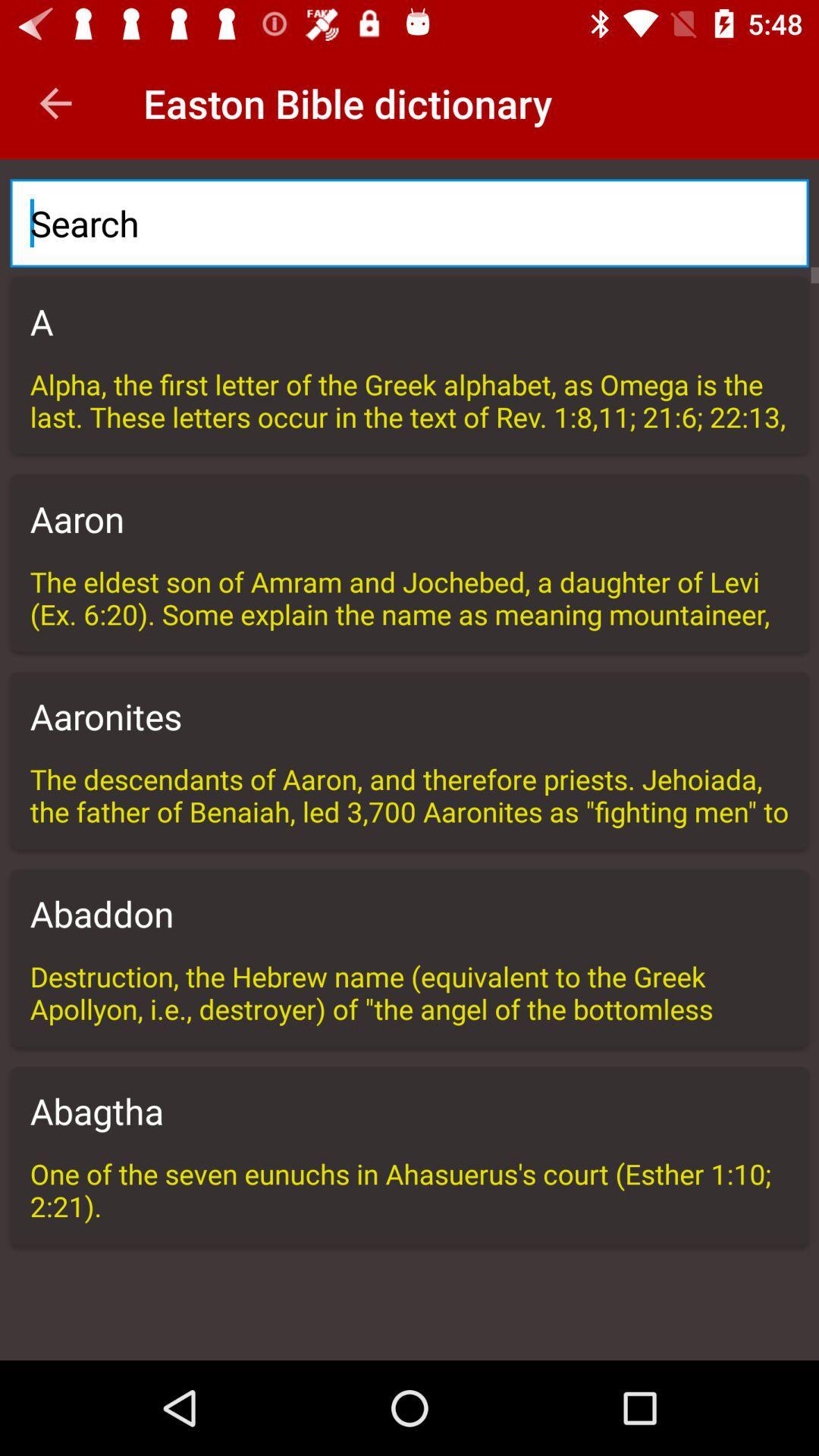  What do you see at coordinates (409, 912) in the screenshot?
I see `icon above destruction the hebrew item` at bounding box center [409, 912].